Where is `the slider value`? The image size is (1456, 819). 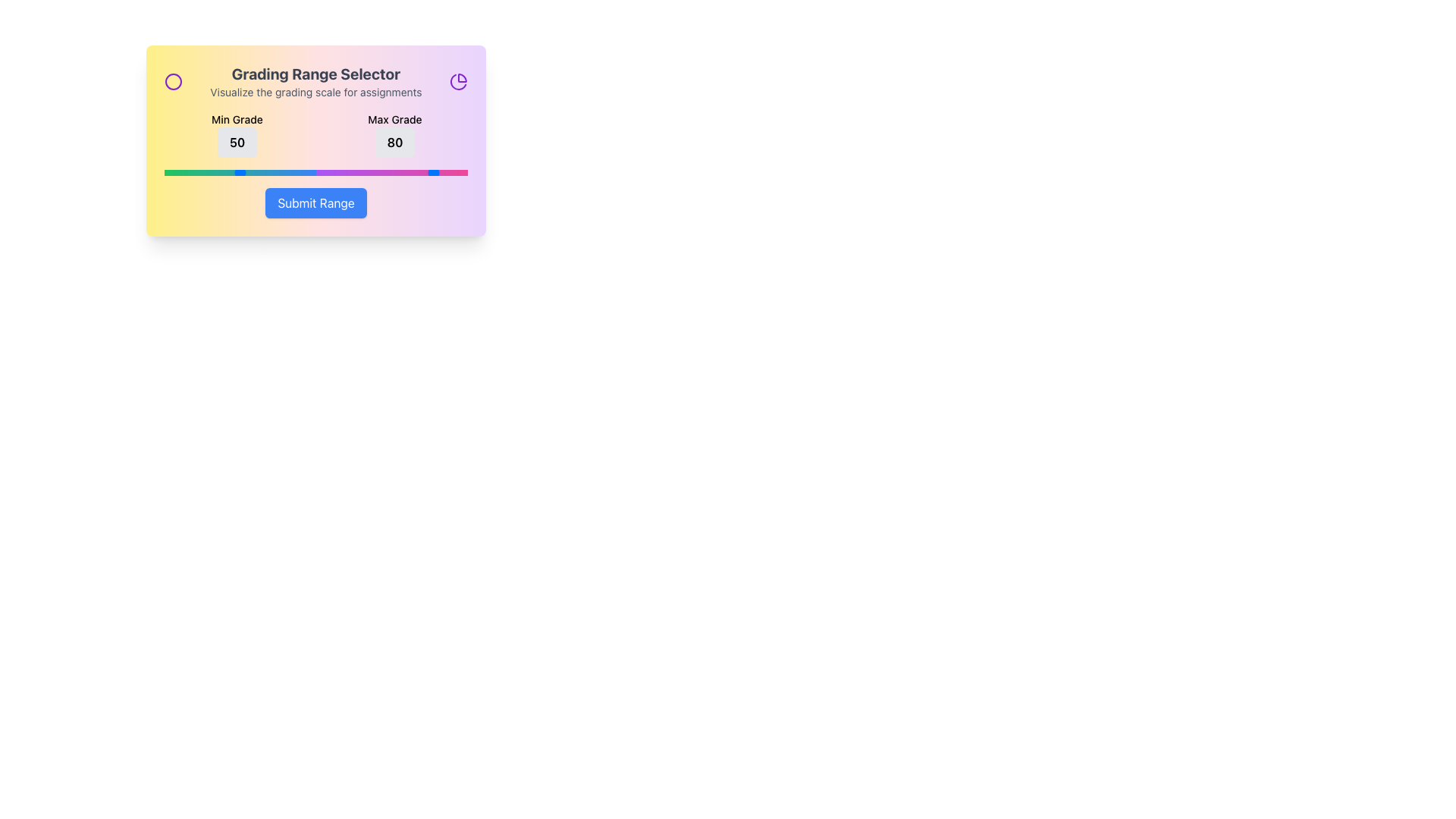
the slider value is located at coordinates (235, 171).